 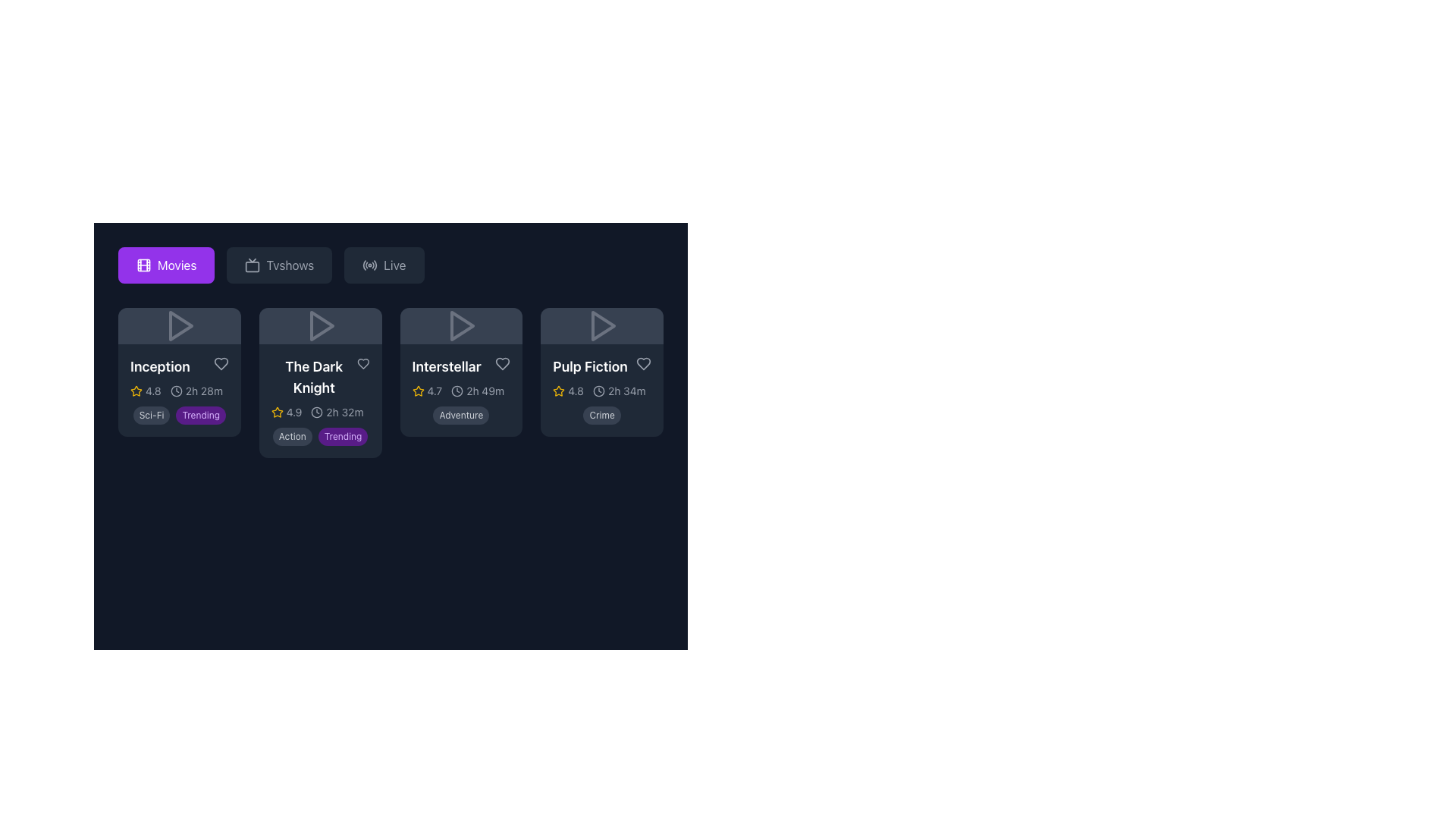 I want to click on the arrow-shaped icon with a triangular outline located in the top section of the 'Interstellar' card, which is the third card from the left, so click(x=462, y=325).